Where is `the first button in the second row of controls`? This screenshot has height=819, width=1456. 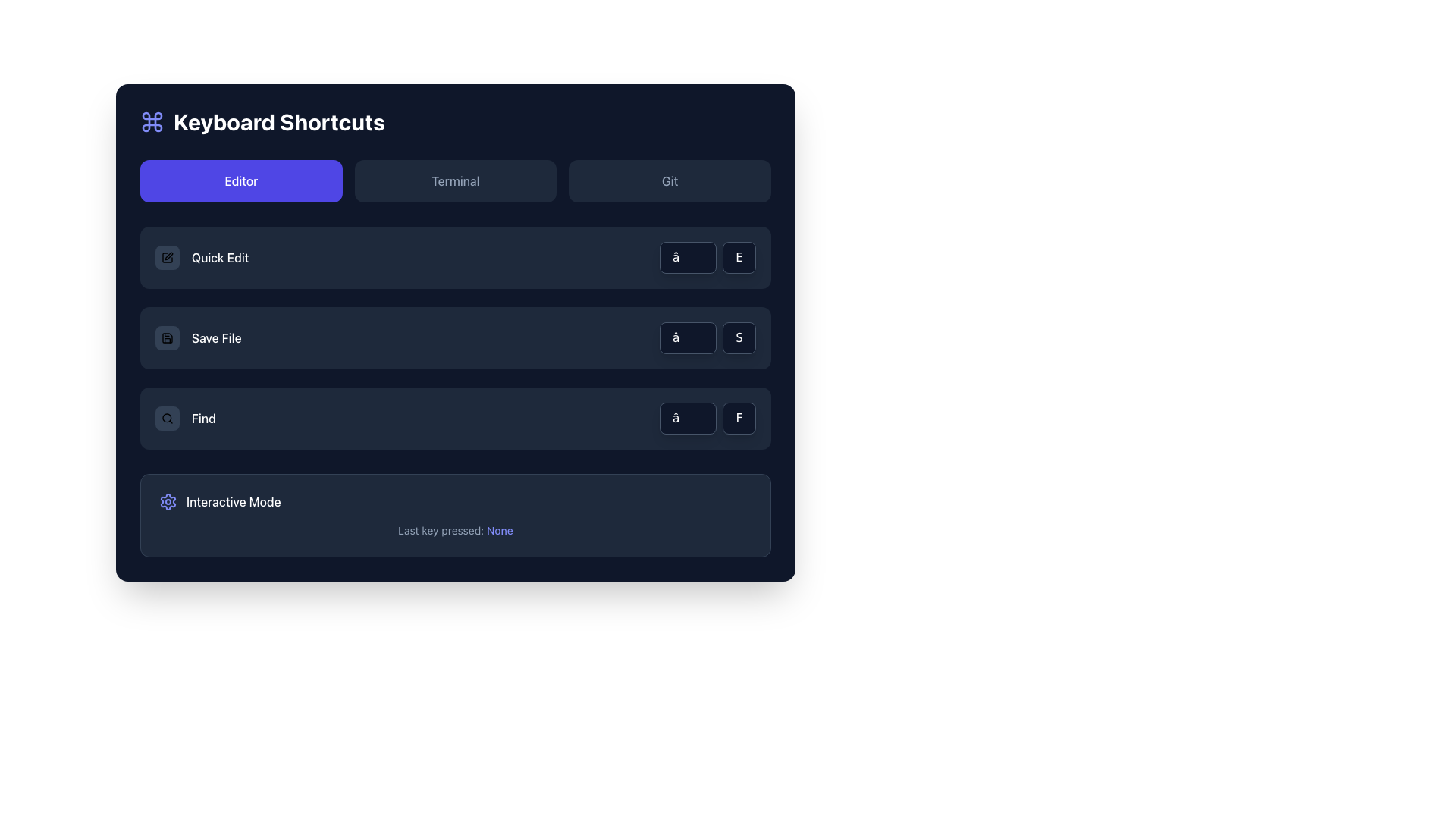
the first button in the second row of controls is located at coordinates (687, 337).